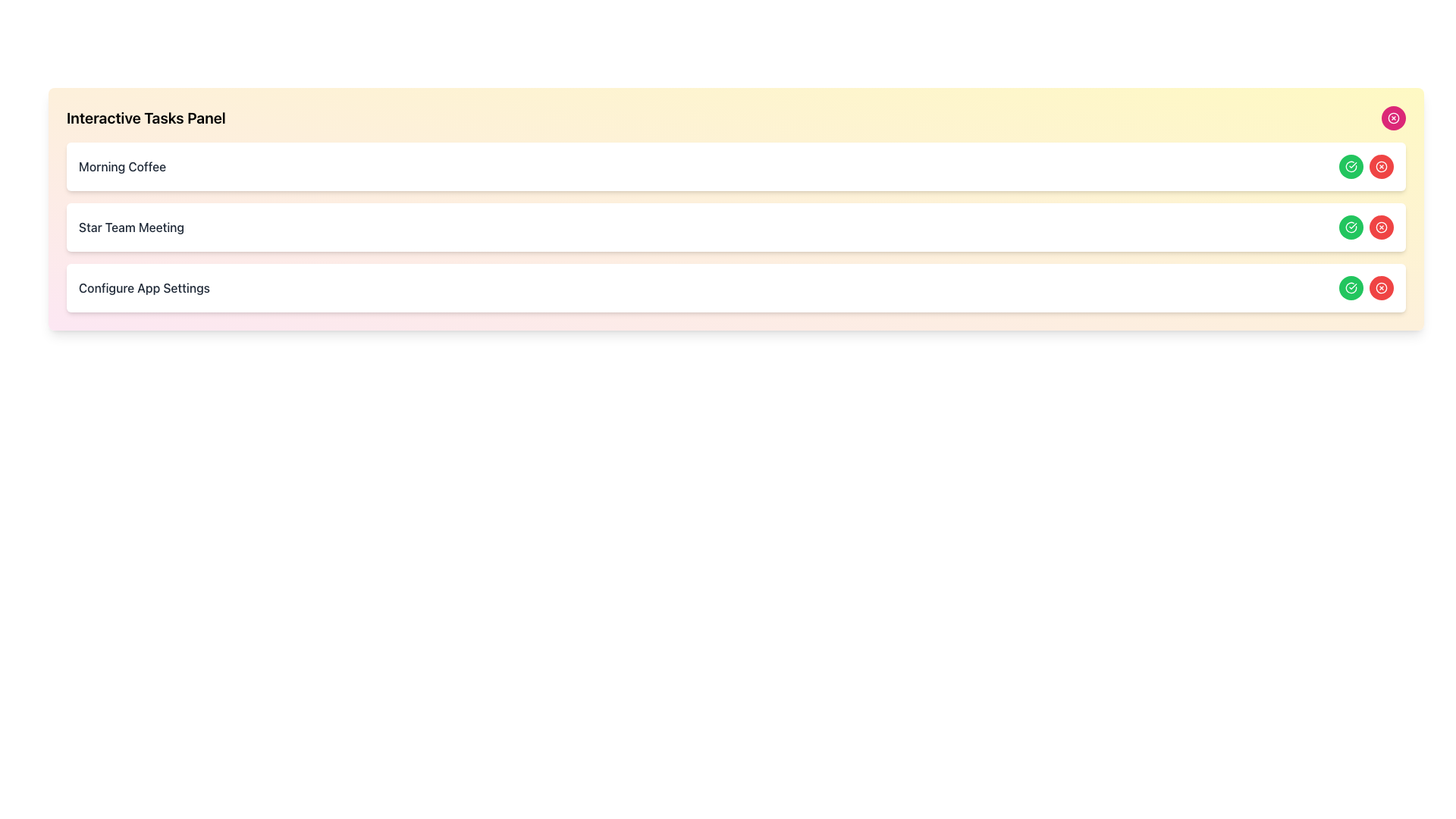 The height and width of the screenshot is (819, 1456). I want to click on the delete button for the 'Morning Coffee' task, which is the second button in its group located to the right of the green button, so click(1382, 166).